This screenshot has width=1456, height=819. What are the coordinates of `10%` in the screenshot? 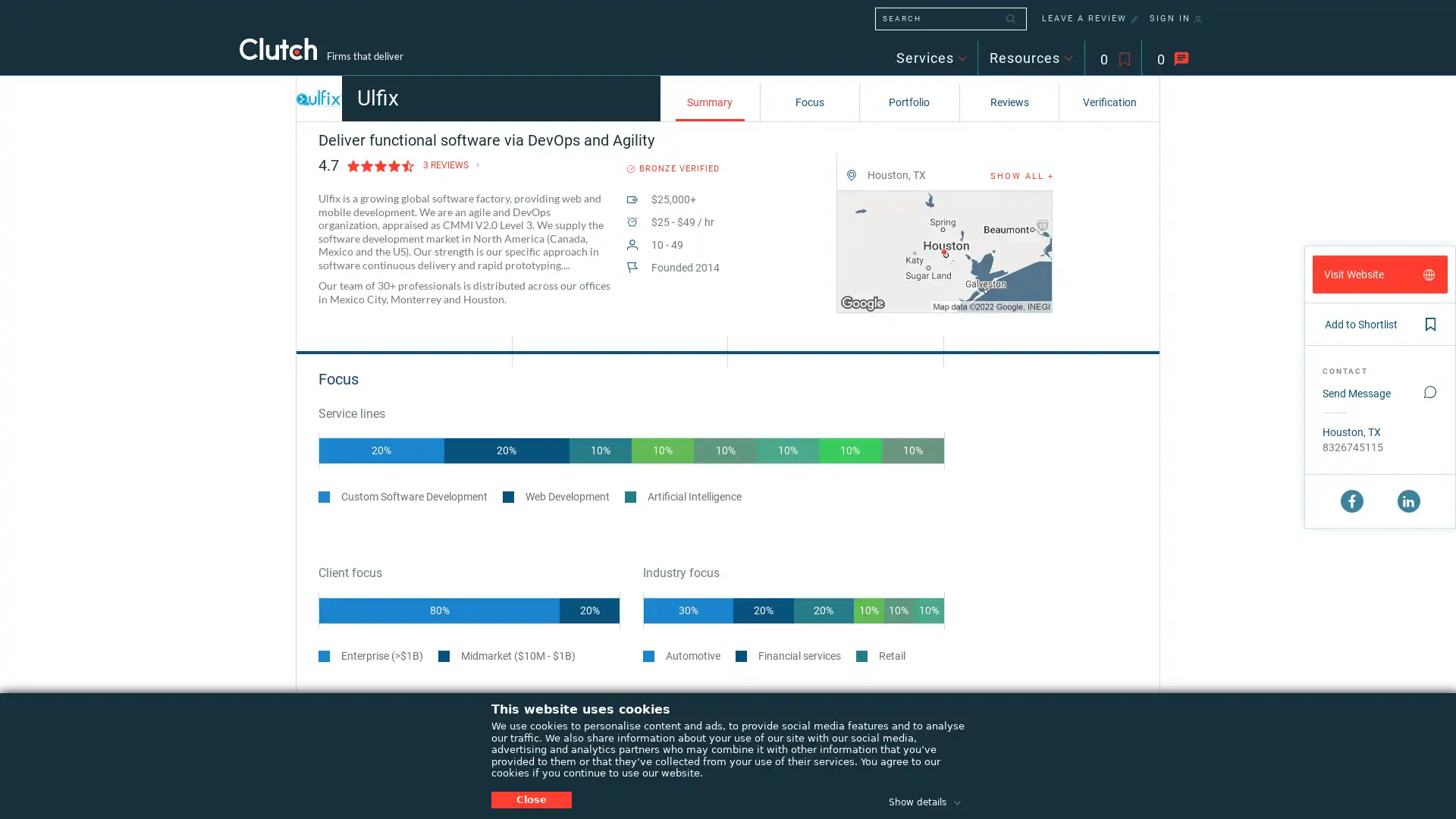 It's located at (723, 450).